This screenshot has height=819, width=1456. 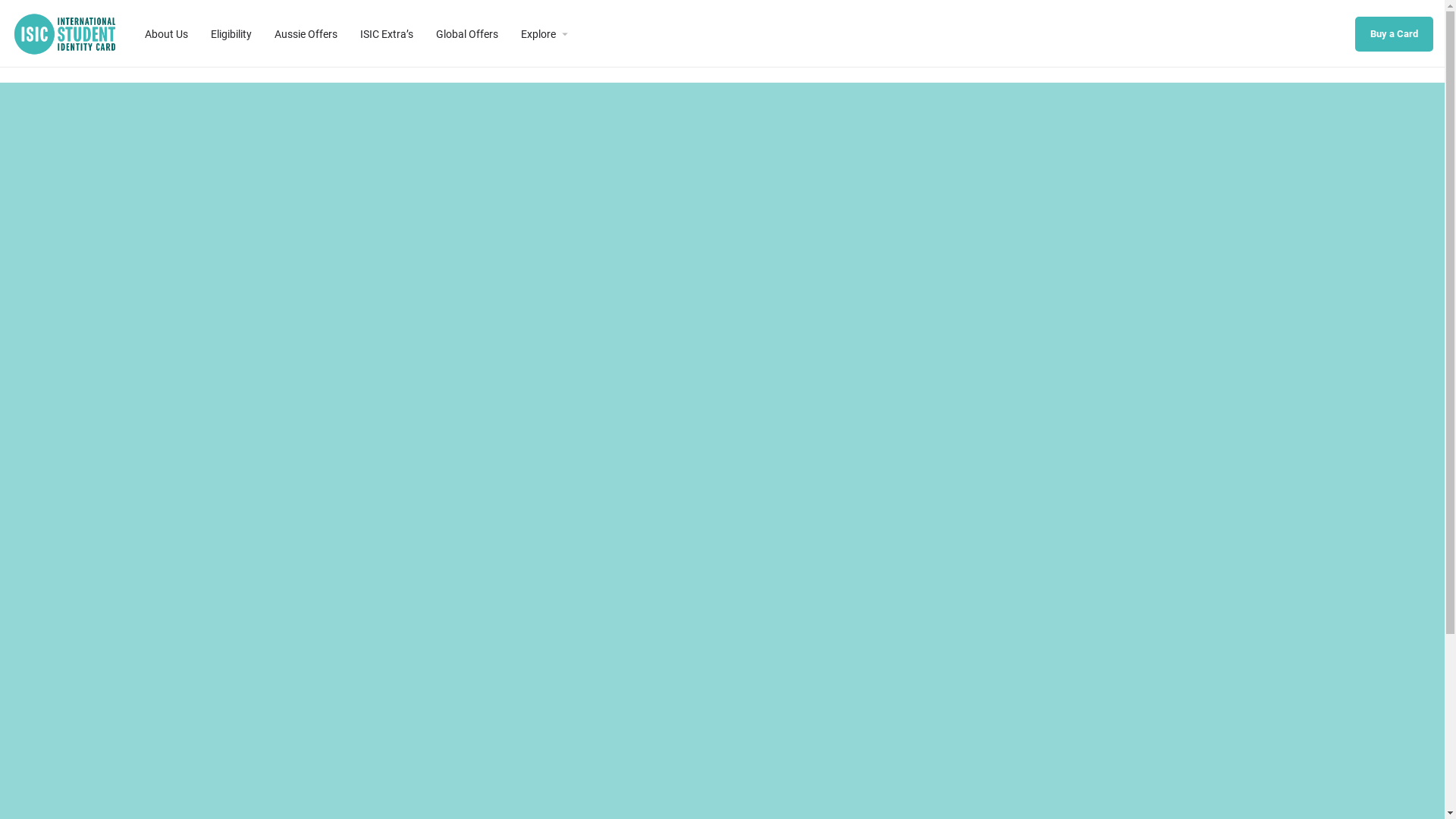 I want to click on 'Explore', so click(x=538, y=33).